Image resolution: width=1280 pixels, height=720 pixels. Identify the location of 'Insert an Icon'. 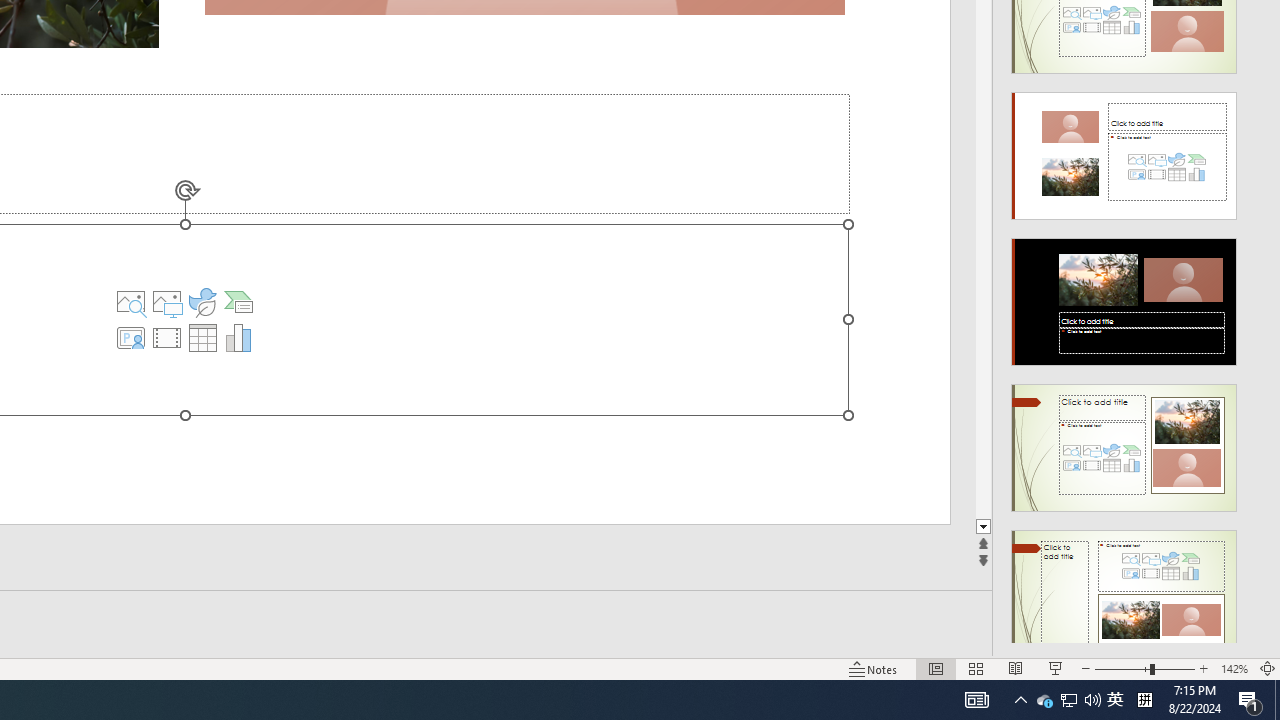
(202, 302).